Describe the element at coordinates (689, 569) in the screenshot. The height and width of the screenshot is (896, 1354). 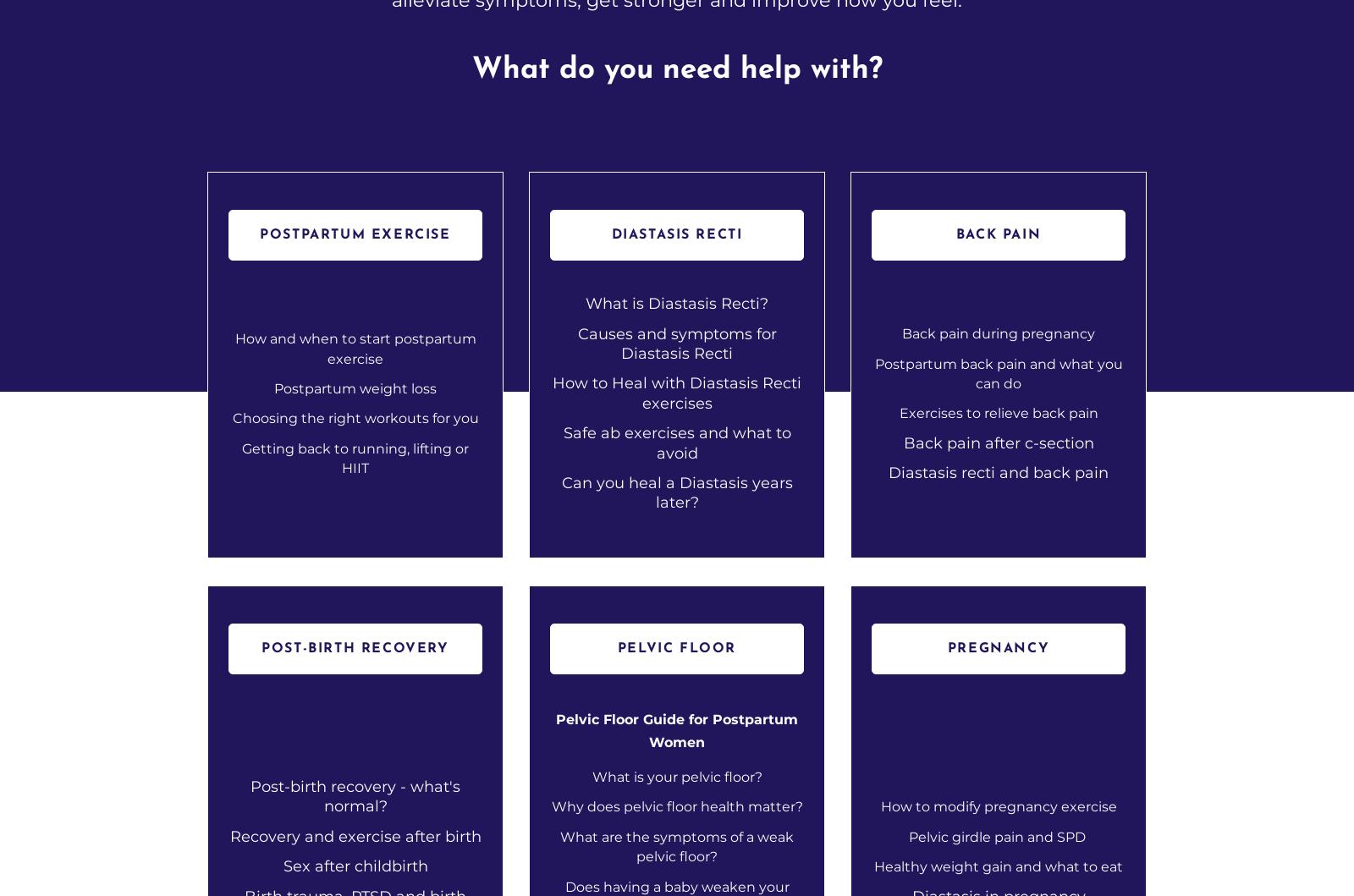
I see `'Contact Us'` at that location.